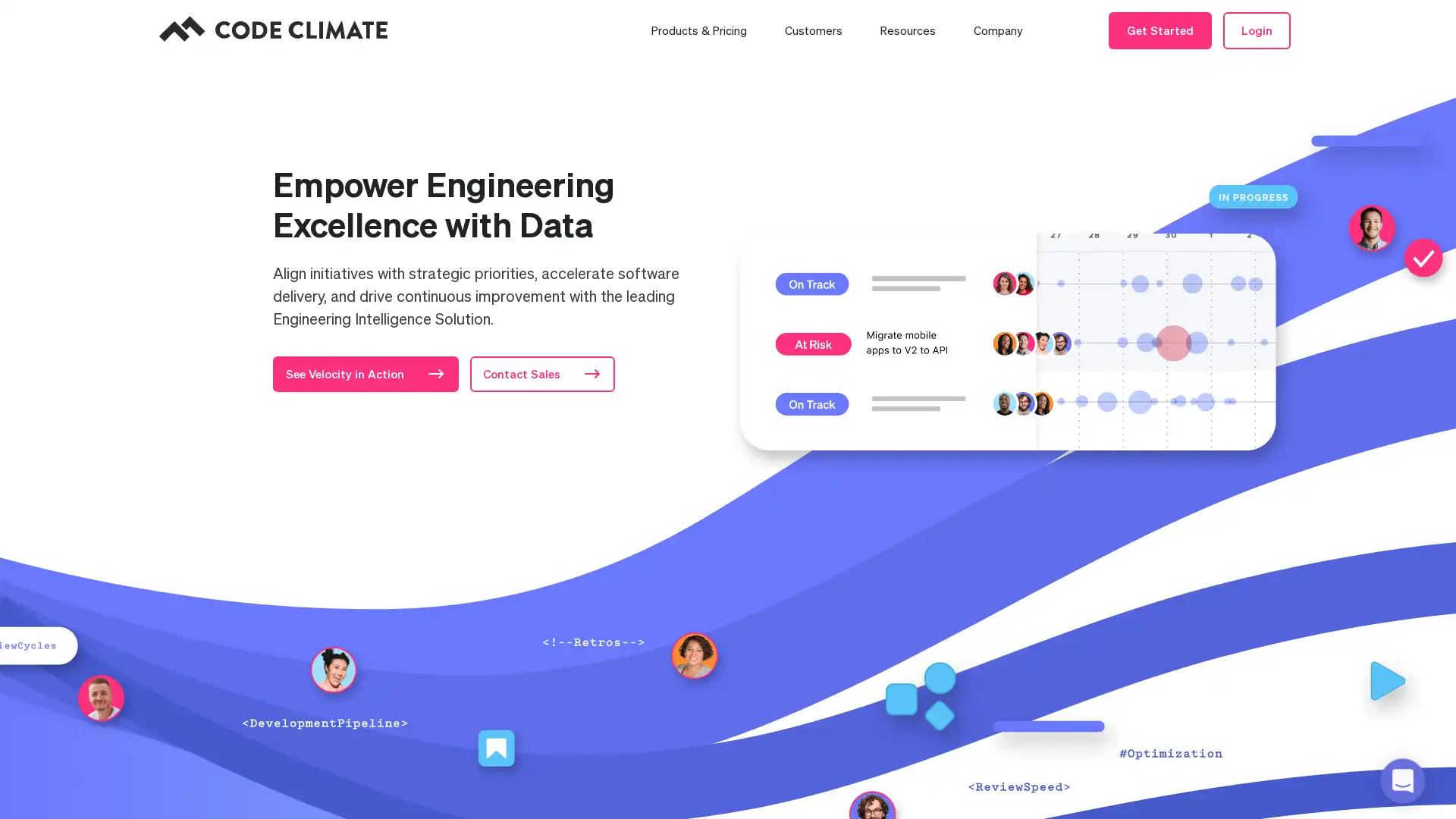  I want to click on Open Intercom Messenger, so click(1401, 780).